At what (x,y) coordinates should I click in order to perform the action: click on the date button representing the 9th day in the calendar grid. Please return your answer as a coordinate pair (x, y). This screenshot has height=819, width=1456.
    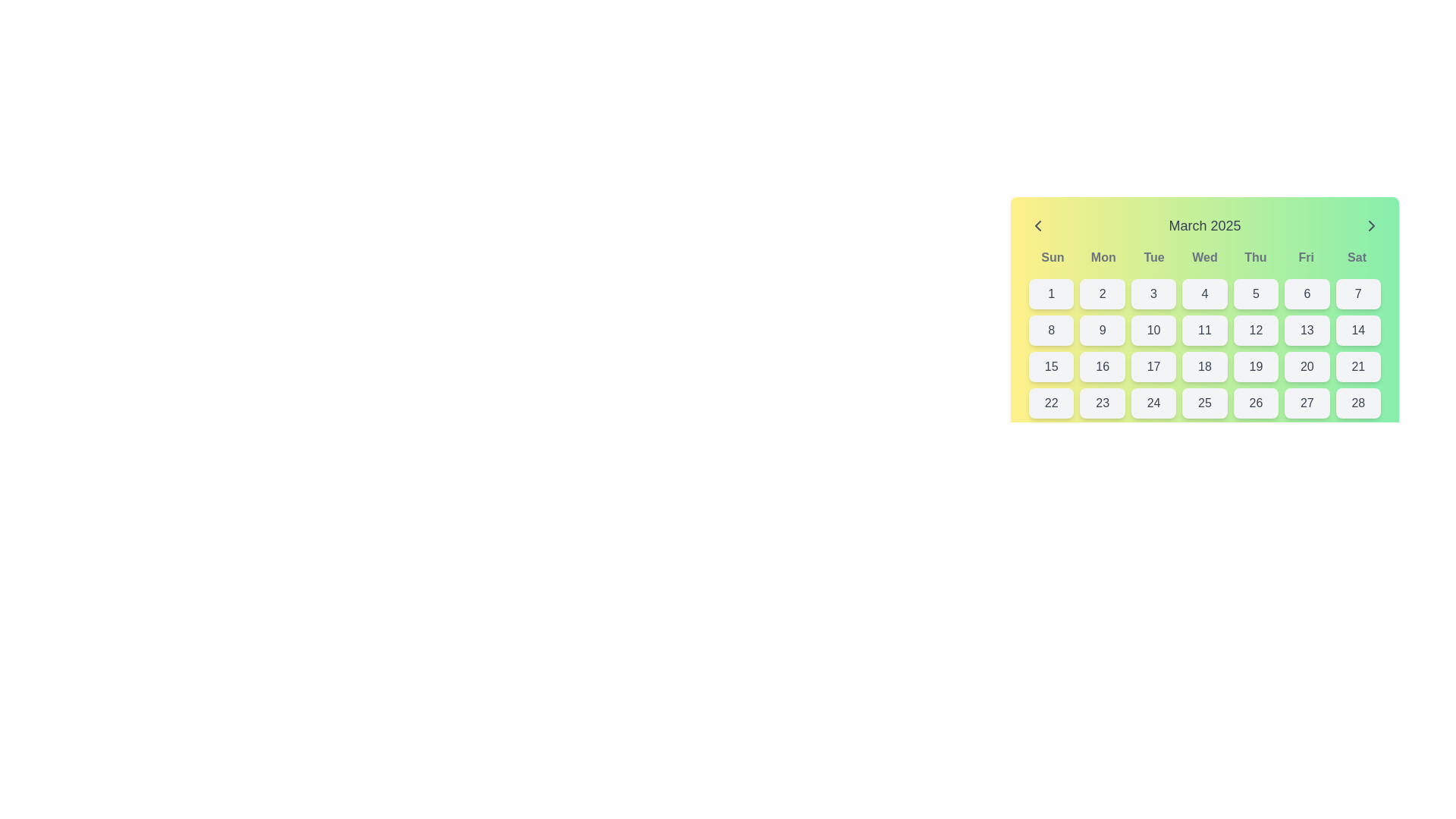
    Looking at the image, I should click on (1103, 329).